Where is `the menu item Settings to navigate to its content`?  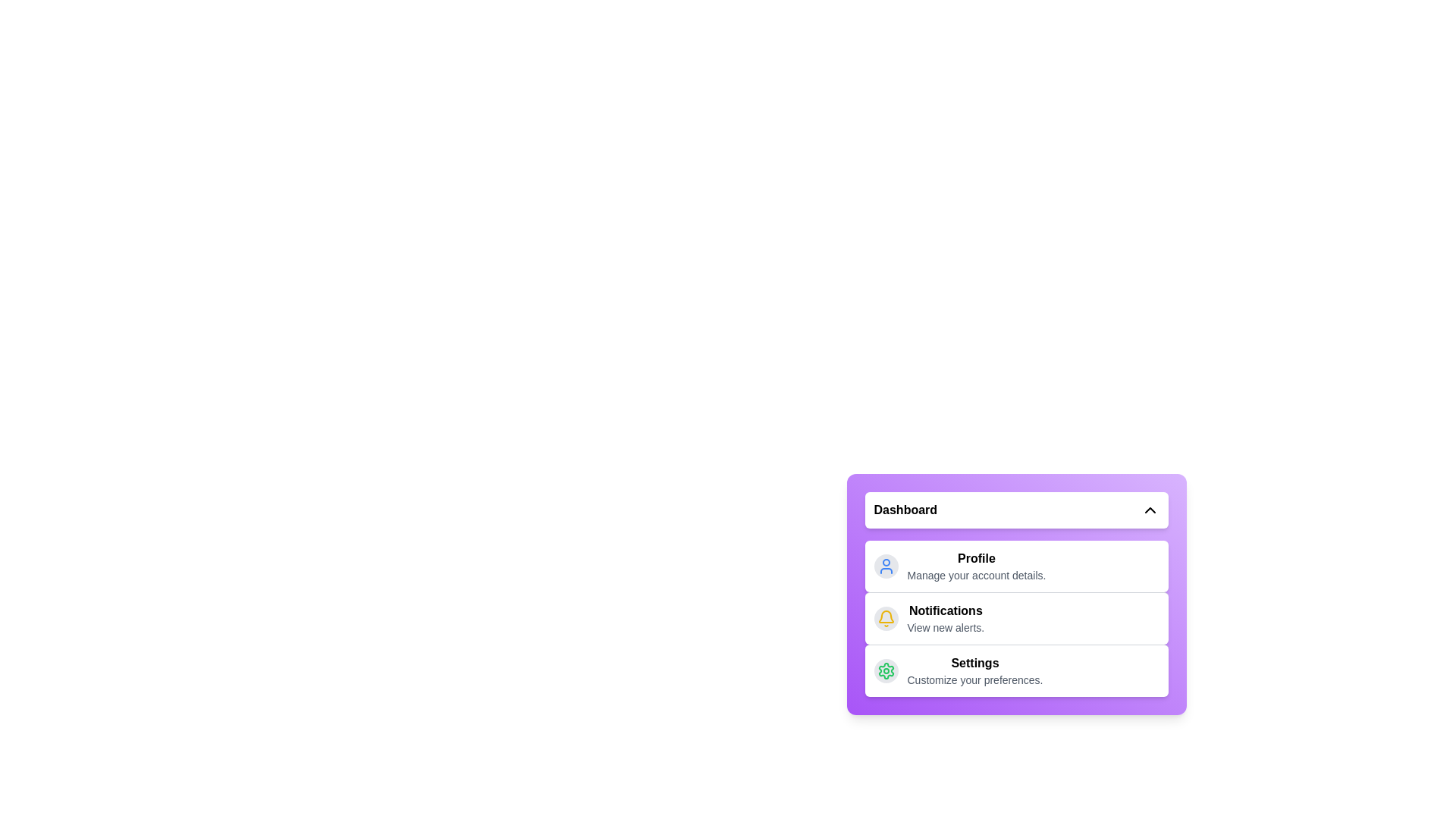 the menu item Settings to navigate to its content is located at coordinates (974, 670).